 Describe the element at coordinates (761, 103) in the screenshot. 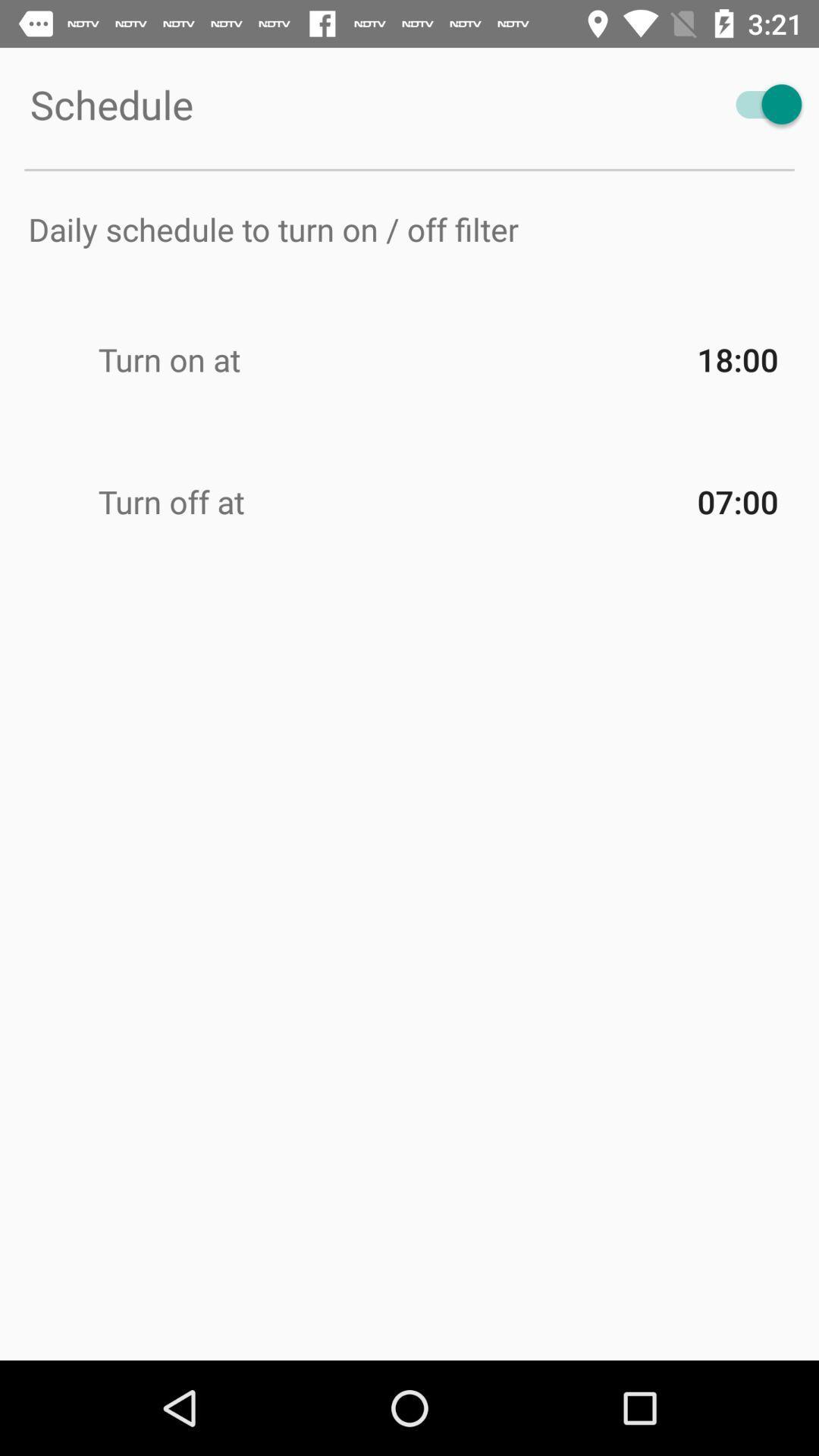

I see `the item next to the schedule icon` at that location.